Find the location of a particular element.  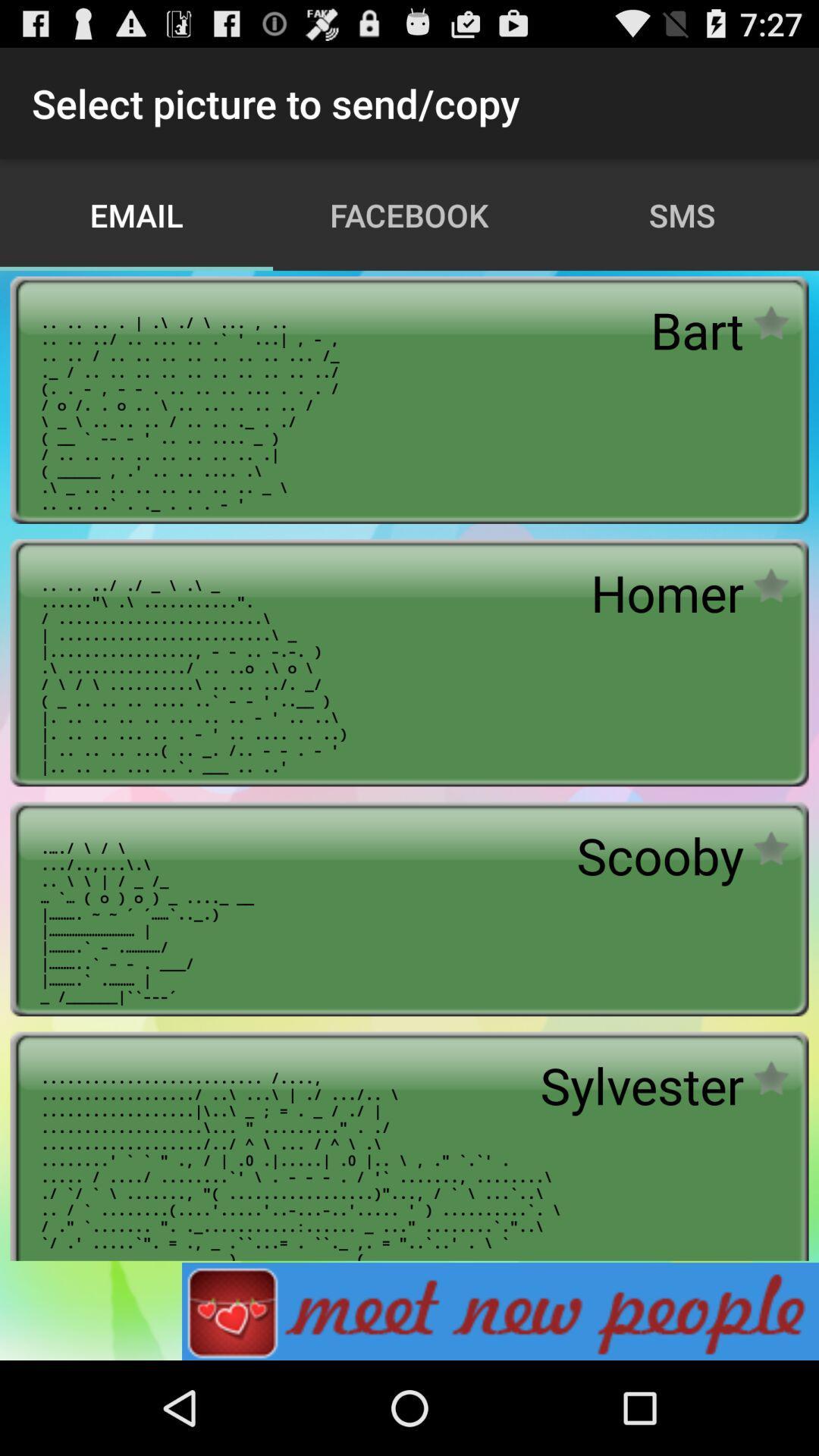

icon below the homer item is located at coordinates (659, 855).